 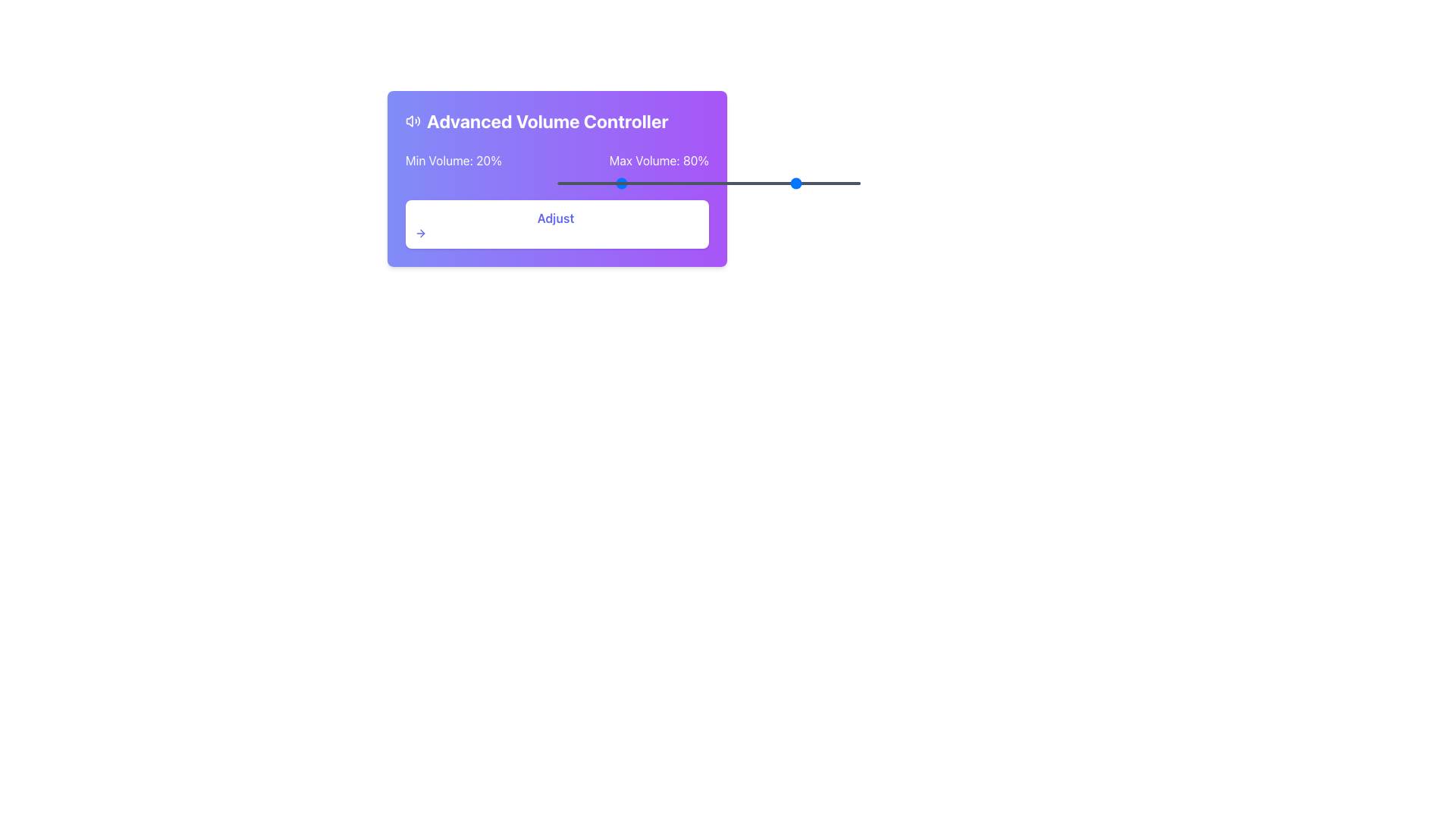 I want to click on the slider, so click(x=805, y=183).